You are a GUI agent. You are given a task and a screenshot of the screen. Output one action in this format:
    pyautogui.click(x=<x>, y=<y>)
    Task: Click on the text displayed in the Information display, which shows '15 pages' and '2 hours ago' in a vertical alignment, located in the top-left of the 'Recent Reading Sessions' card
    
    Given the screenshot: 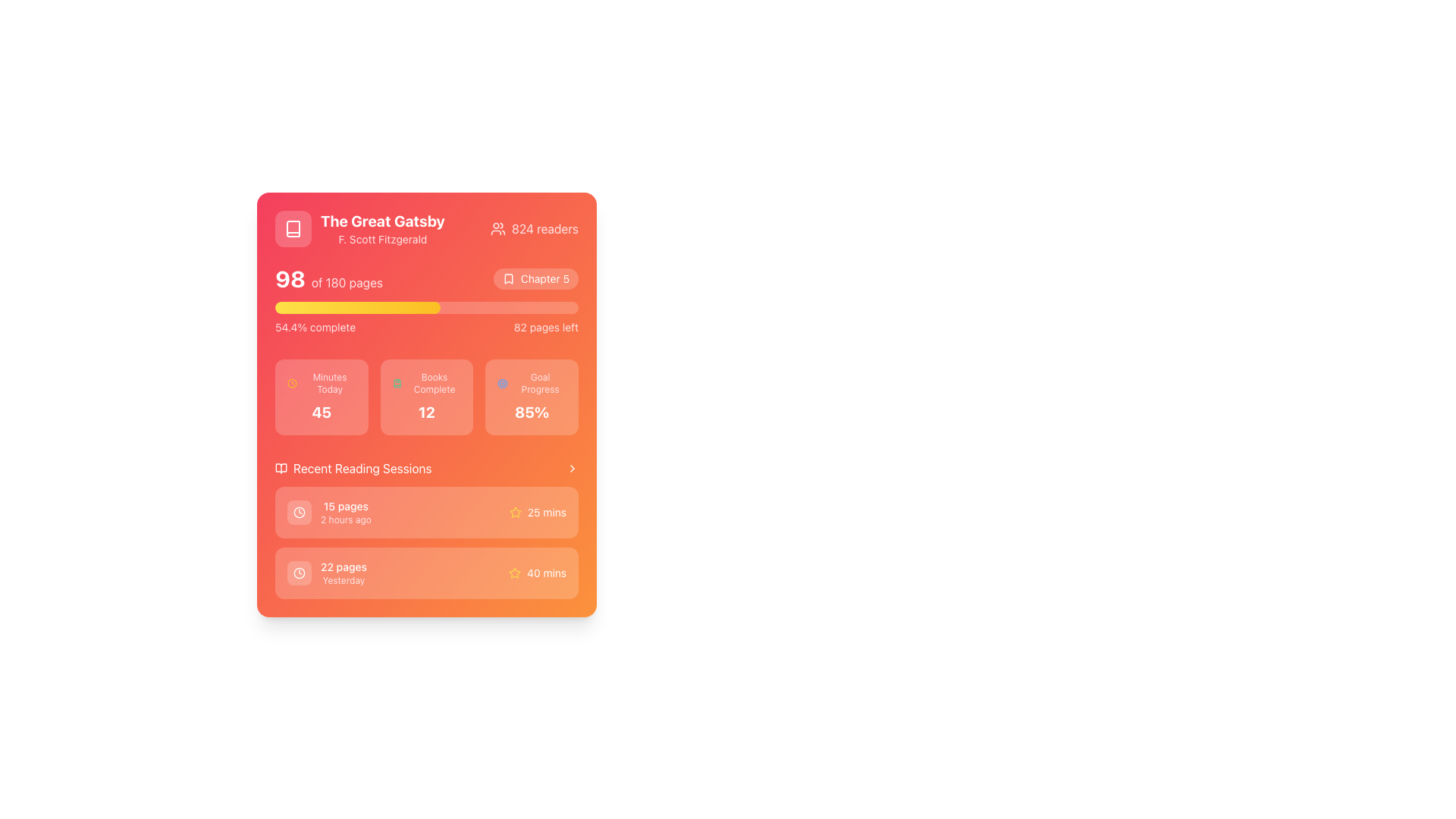 What is the action you would take?
    pyautogui.click(x=328, y=512)
    